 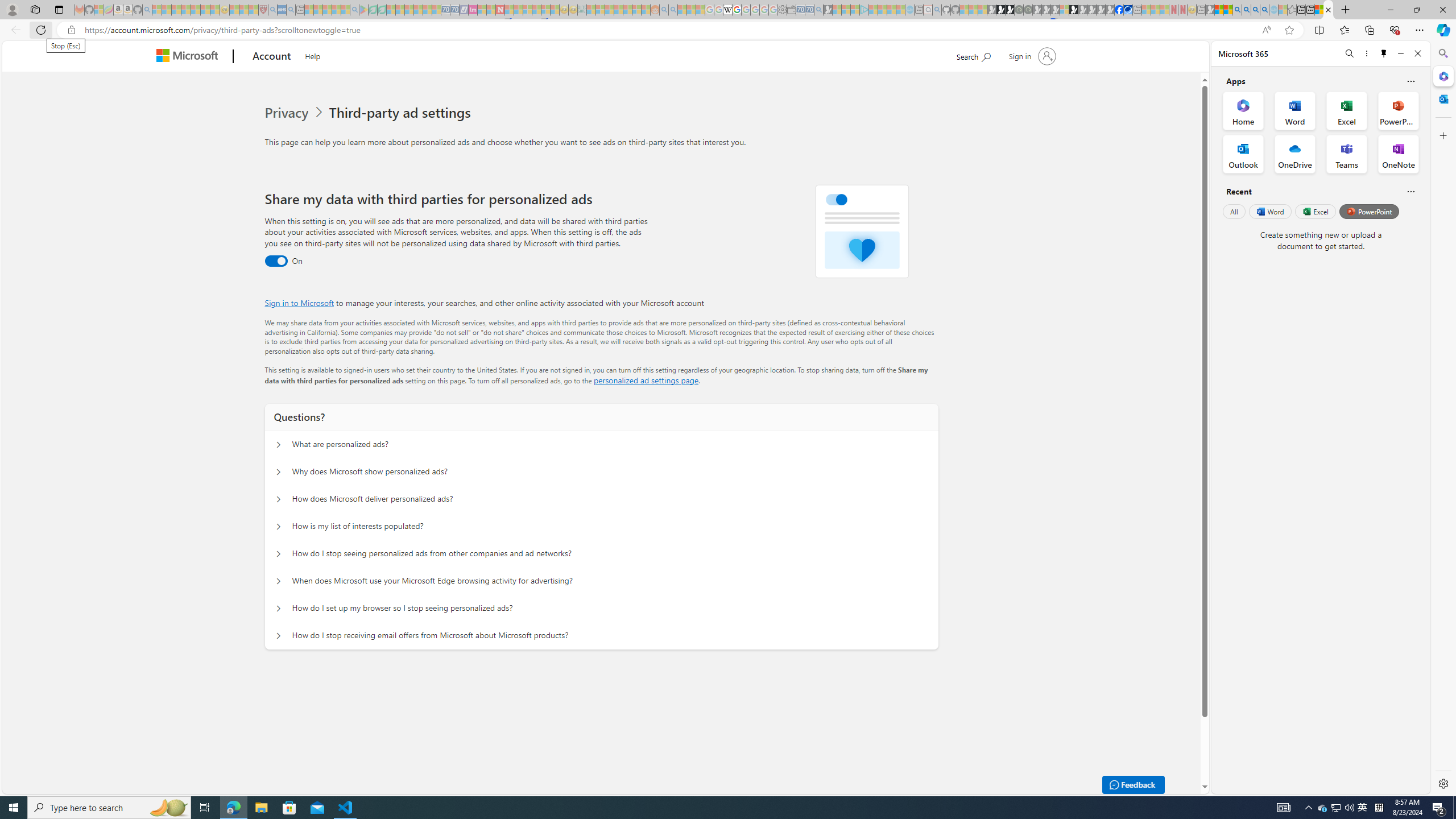 What do you see at coordinates (1347, 154) in the screenshot?
I see `'Teams Office App'` at bounding box center [1347, 154].